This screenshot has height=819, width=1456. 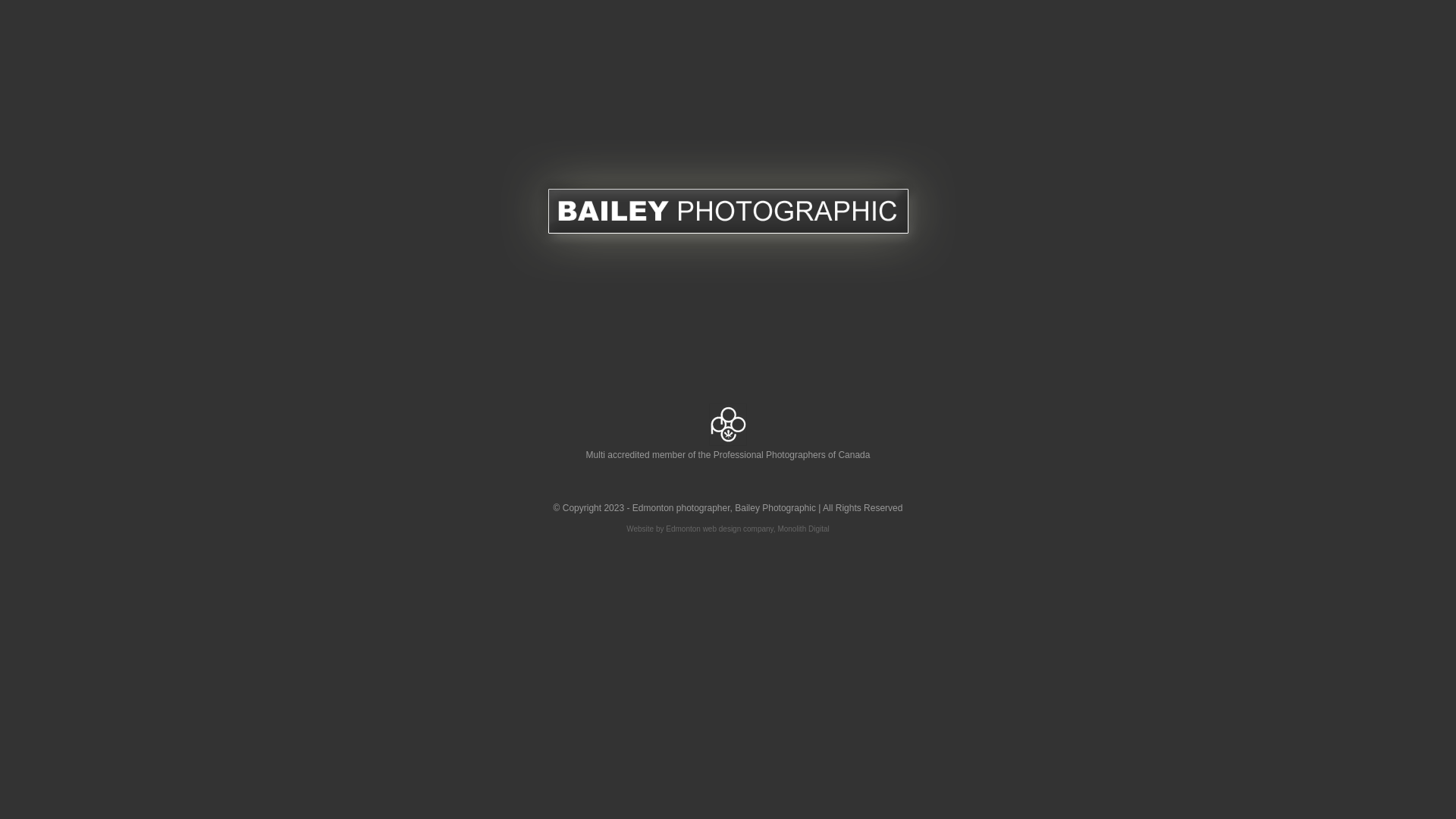 What do you see at coordinates (666, 528) in the screenshot?
I see `'Edmonton web design'` at bounding box center [666, 528].